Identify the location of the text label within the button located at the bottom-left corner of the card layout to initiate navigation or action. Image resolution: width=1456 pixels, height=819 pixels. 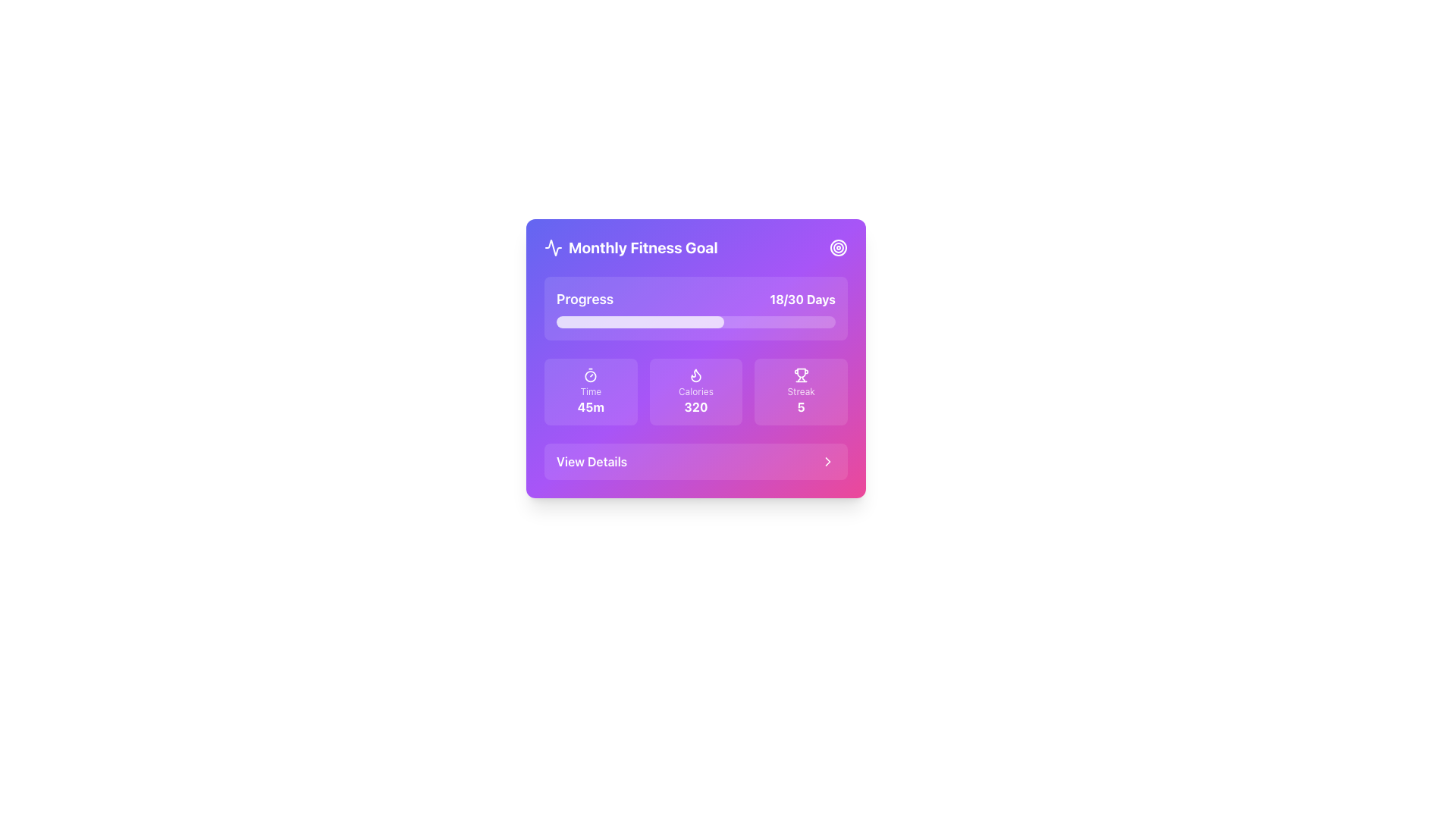
(591, 461).